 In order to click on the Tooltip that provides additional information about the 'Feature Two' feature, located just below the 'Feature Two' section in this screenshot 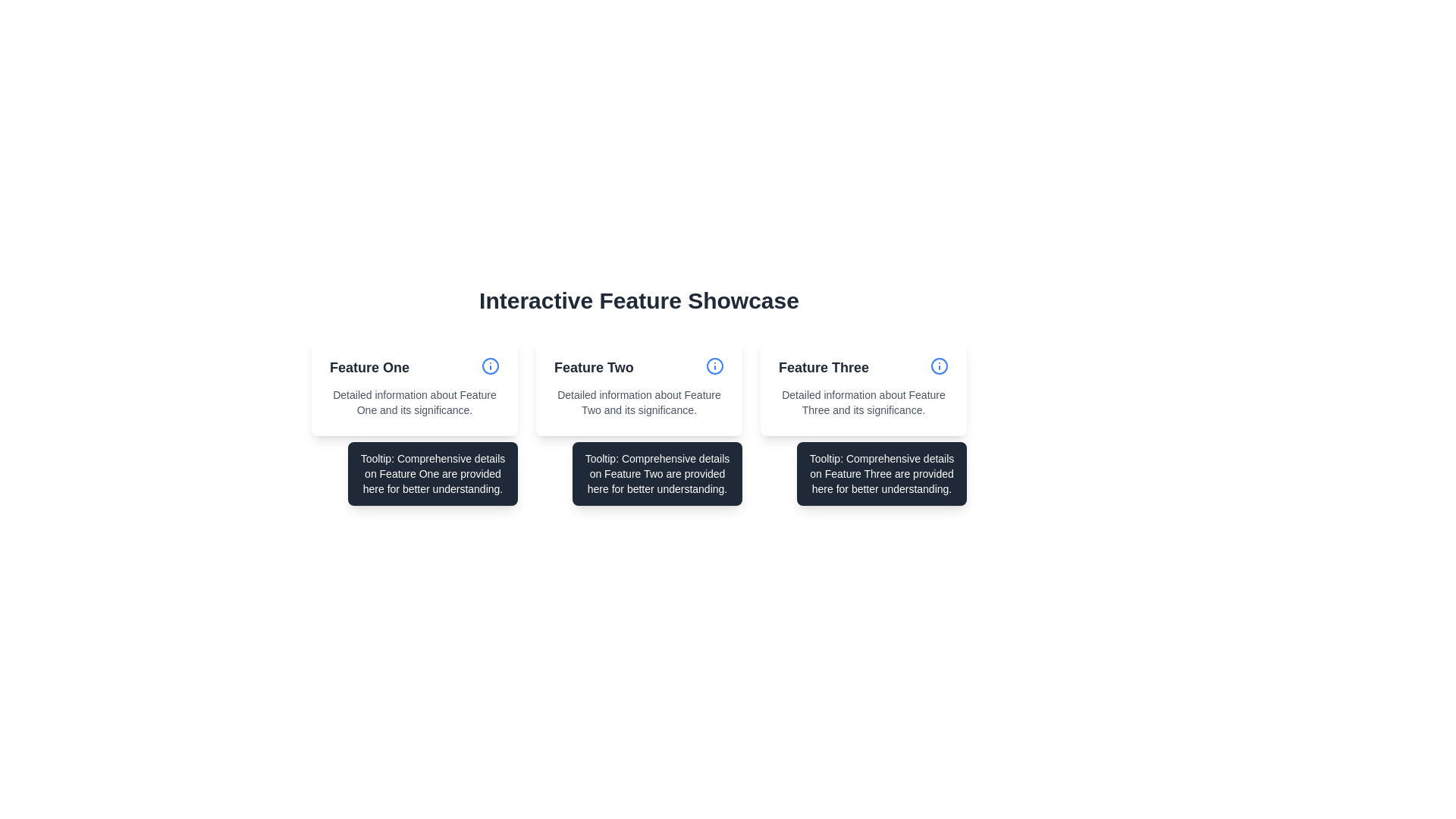, I will do `click(657, 472)`.